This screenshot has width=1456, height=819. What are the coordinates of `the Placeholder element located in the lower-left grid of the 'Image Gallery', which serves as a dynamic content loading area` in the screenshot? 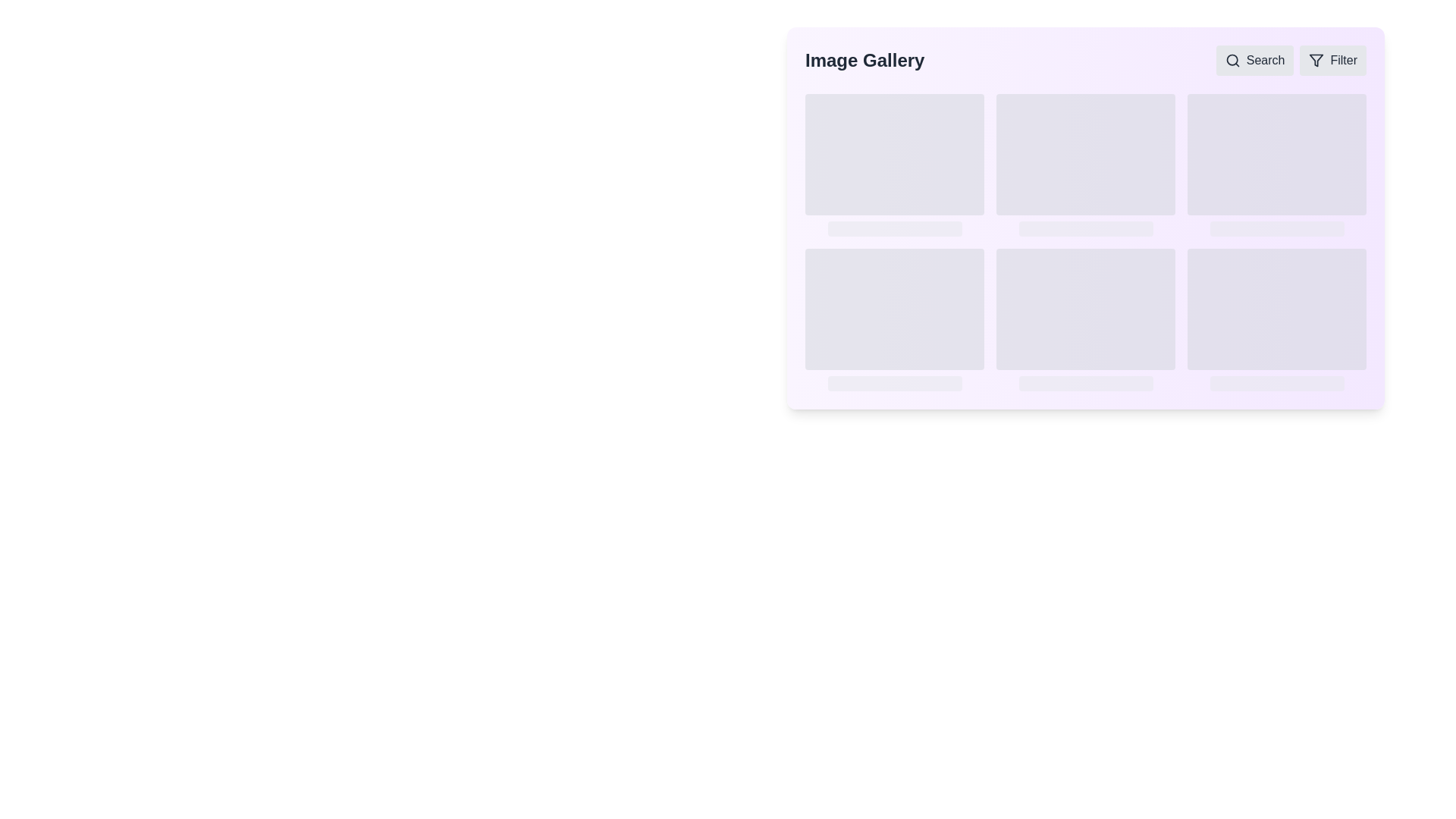 It's located at (895, 309).